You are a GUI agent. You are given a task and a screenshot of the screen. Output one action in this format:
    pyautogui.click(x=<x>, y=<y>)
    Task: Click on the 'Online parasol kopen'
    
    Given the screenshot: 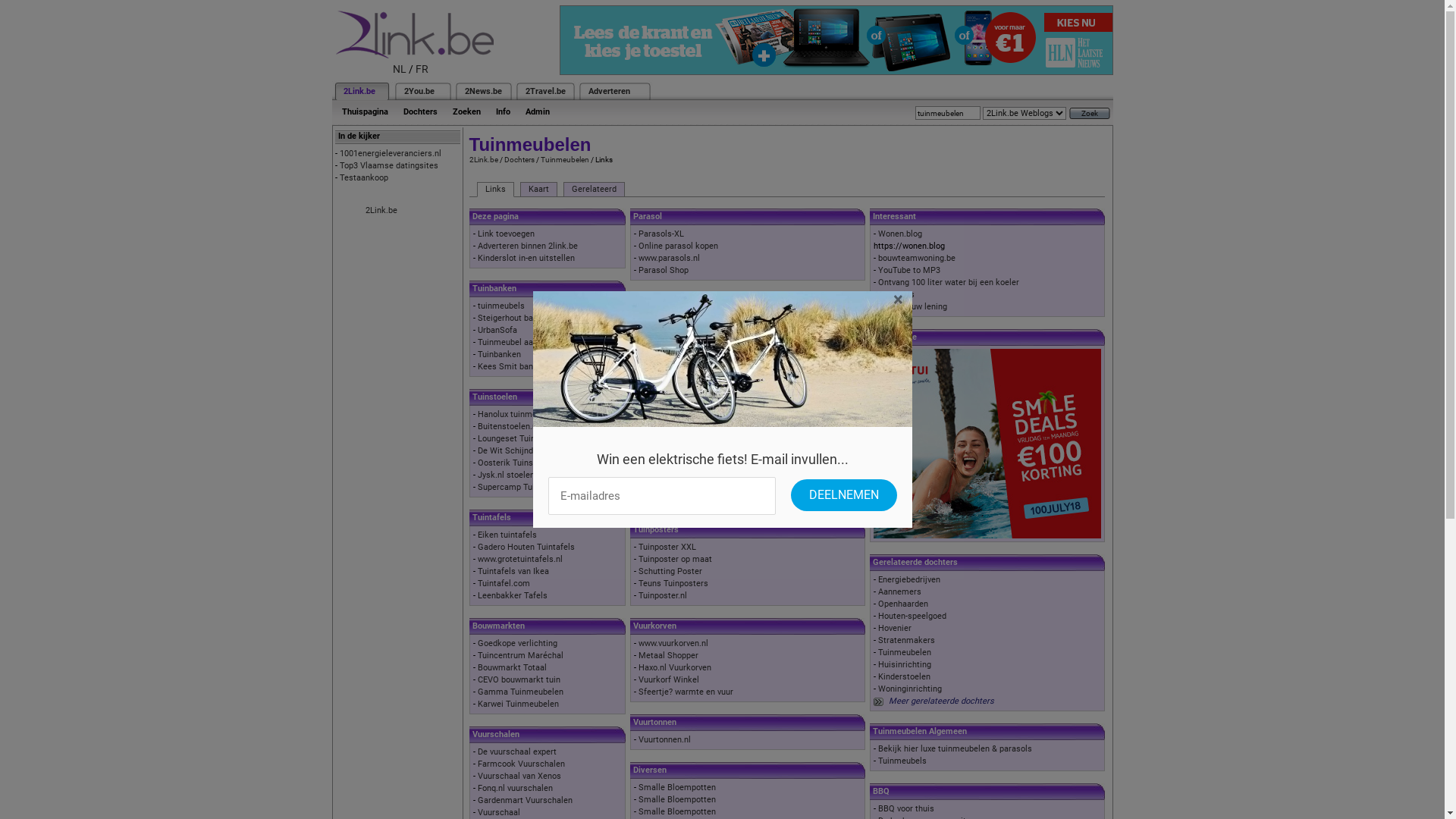 What is the action you would take?
    pyautogui.click(x=677, y=245)
    